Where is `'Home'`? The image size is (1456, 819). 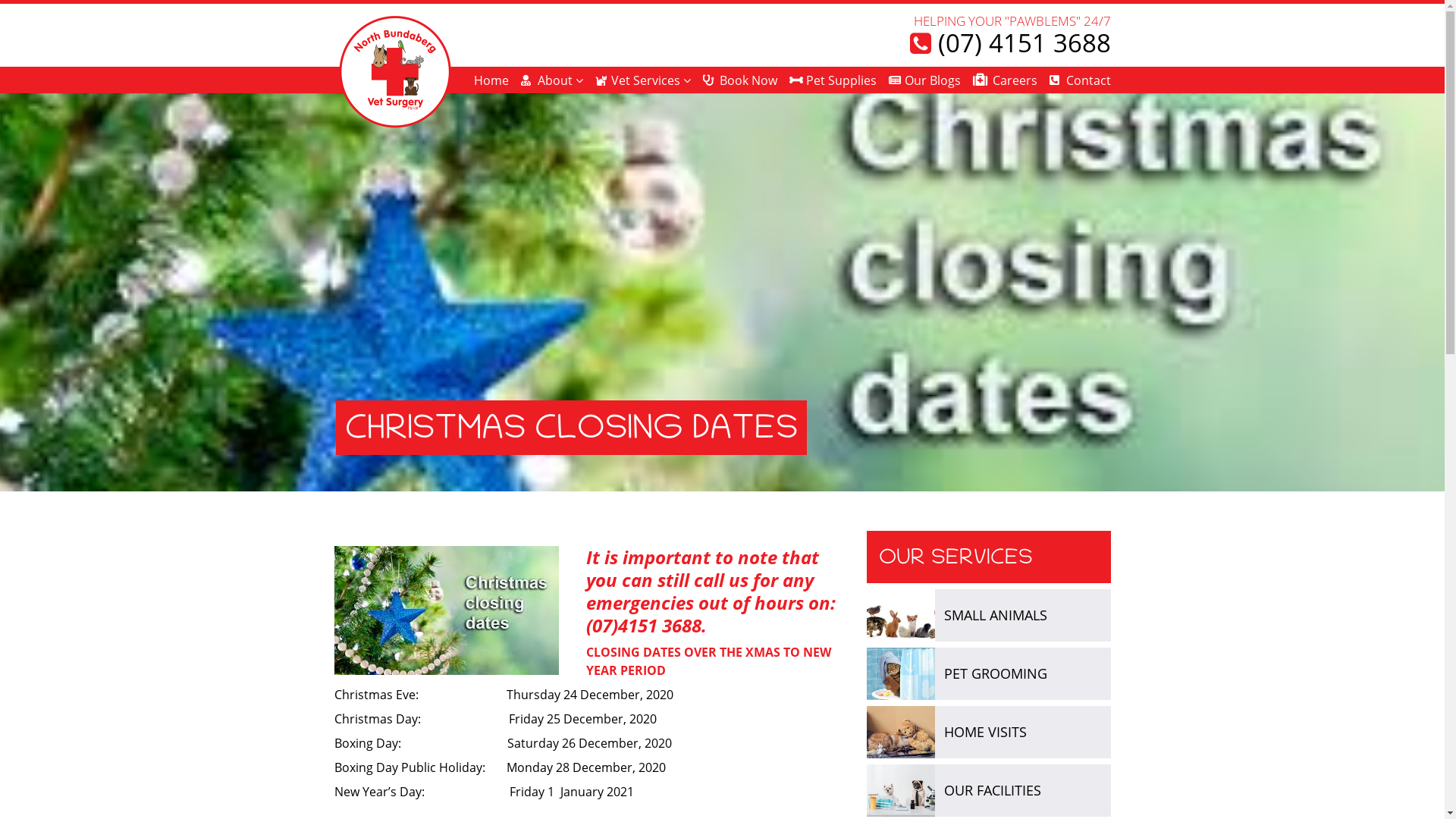 'Home' is located at coordinates (472, 80).